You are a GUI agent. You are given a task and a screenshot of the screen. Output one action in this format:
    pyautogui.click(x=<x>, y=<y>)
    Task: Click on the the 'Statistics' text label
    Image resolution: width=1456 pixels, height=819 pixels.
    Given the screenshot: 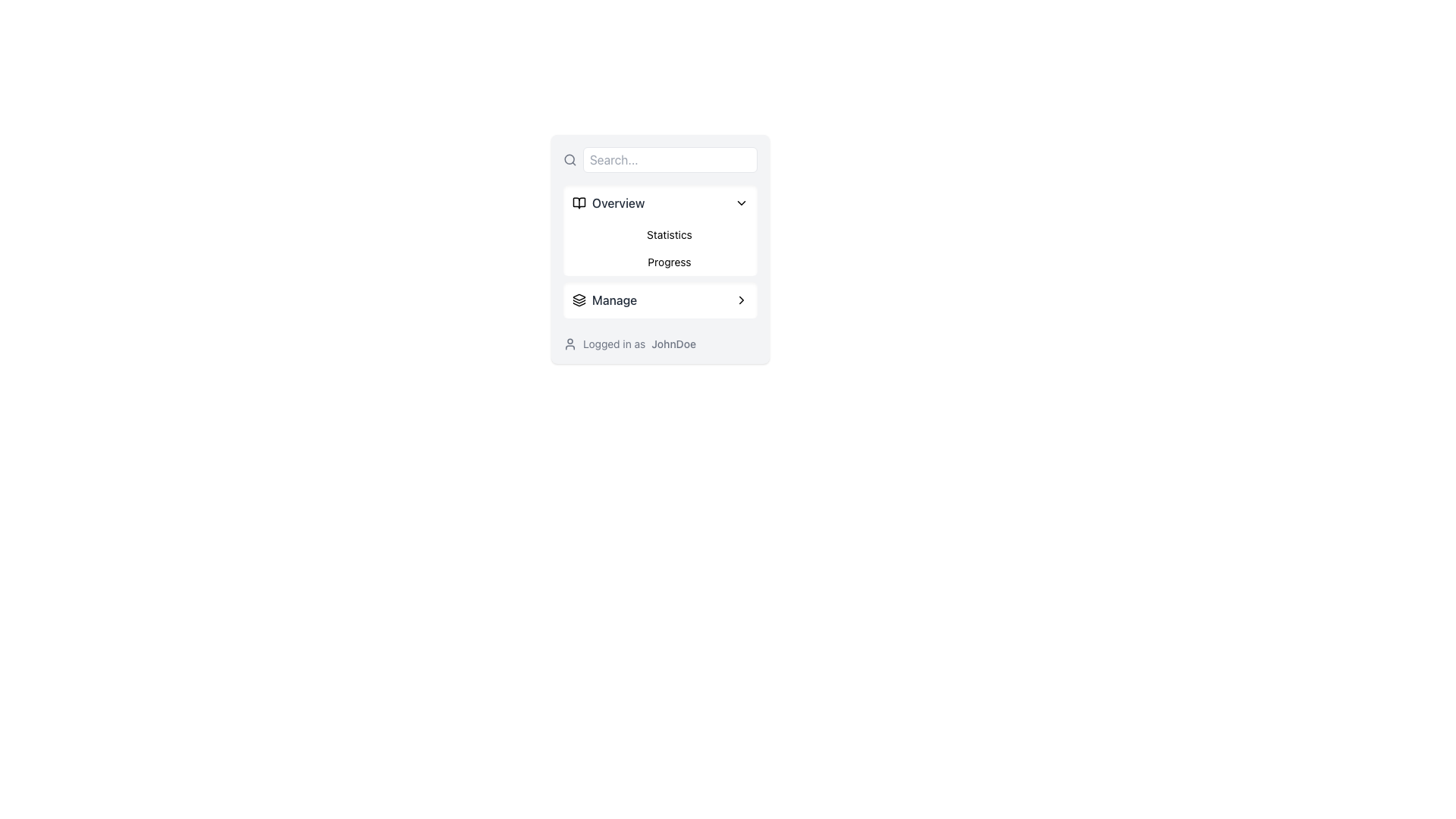 What is the action you would take?
    pyautogui.click(x=669, y=234)
    